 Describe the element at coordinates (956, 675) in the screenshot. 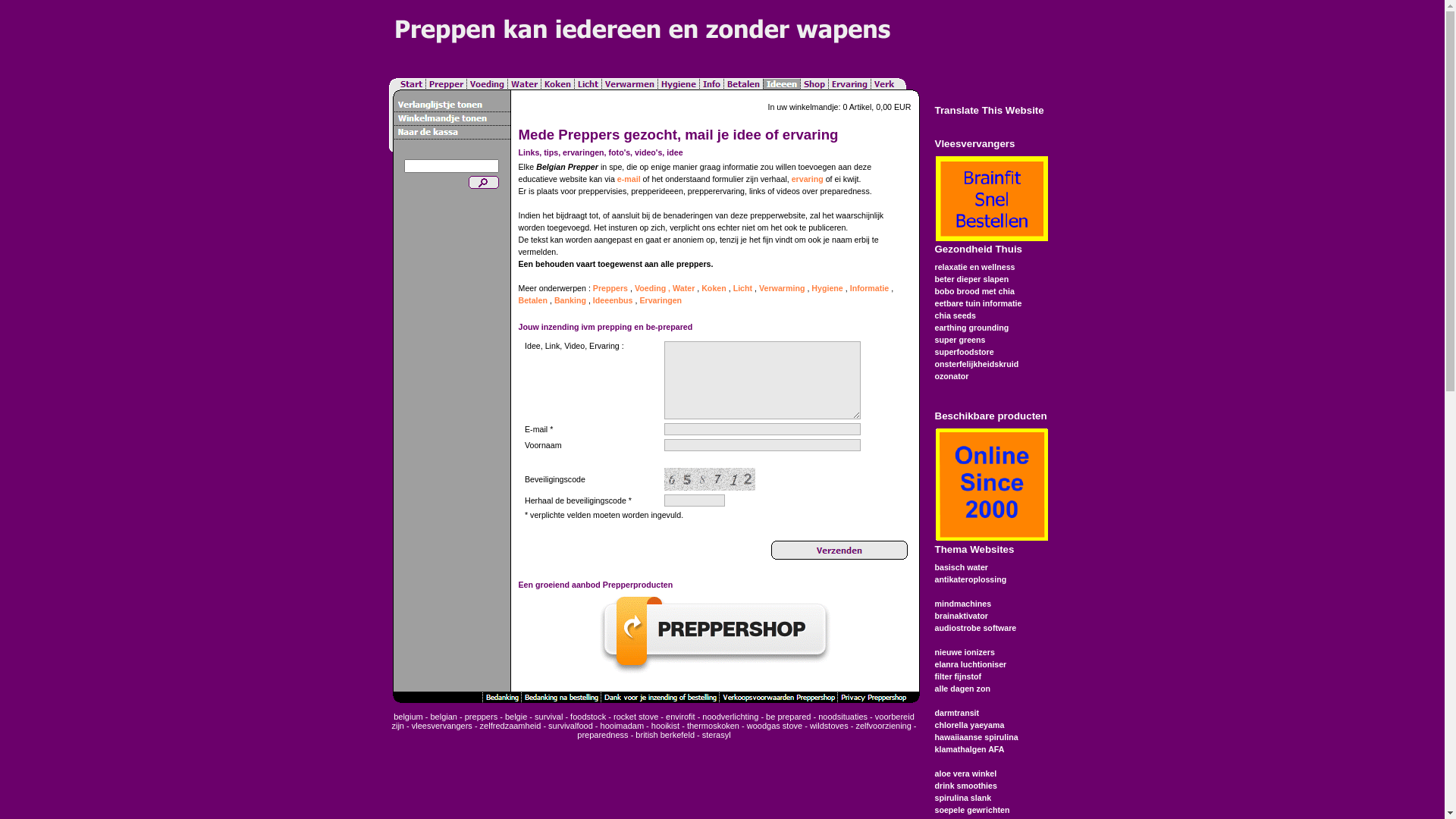

I see `'filter fijnstof'` at that location.